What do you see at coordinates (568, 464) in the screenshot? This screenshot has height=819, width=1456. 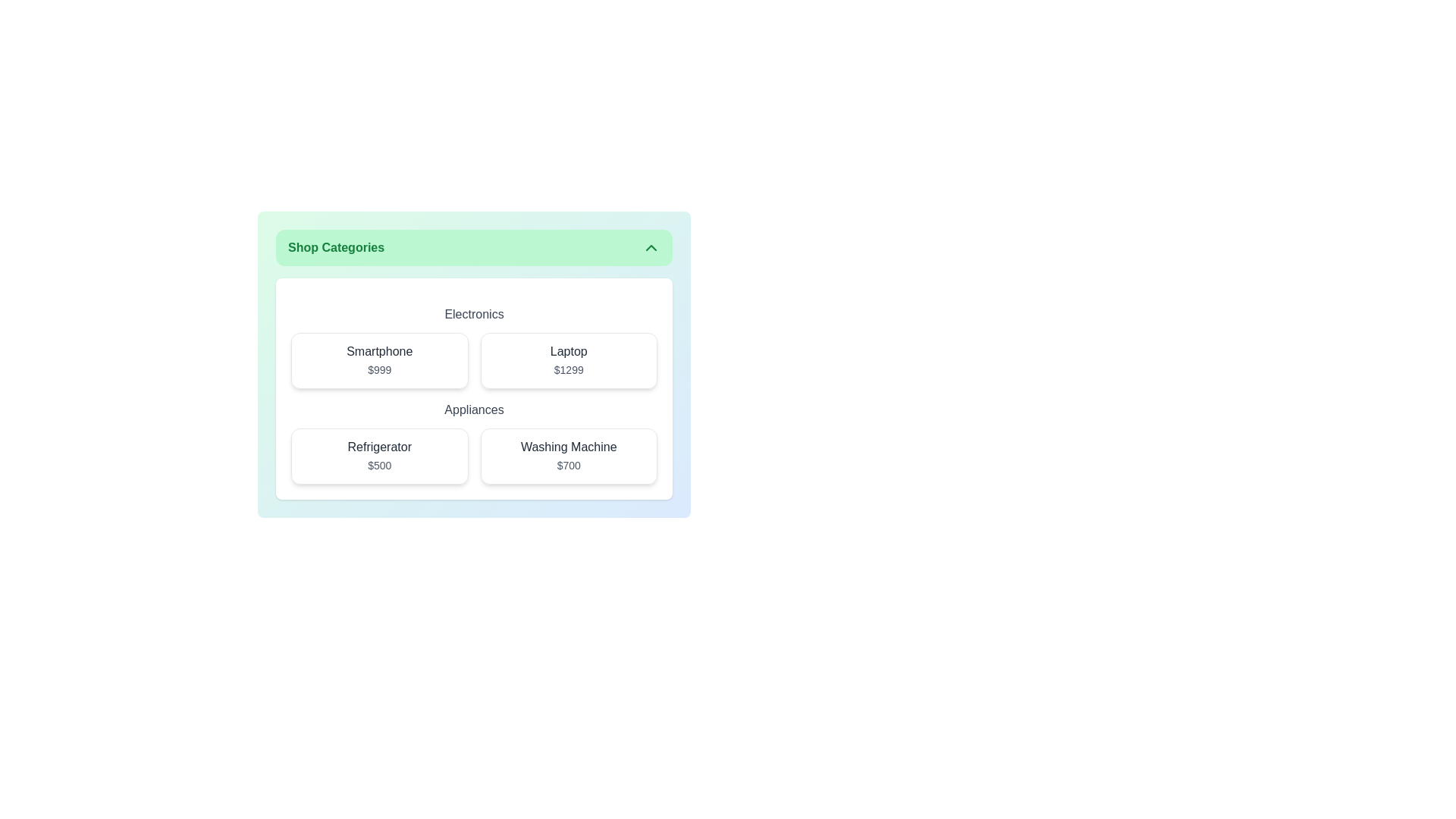 I see `the price label displaying '$700', which is located directly below the 'Washing Machine' label in the bottom-right section of the grid layout under the 'Appliances' category` at bounding box center [568, 464].